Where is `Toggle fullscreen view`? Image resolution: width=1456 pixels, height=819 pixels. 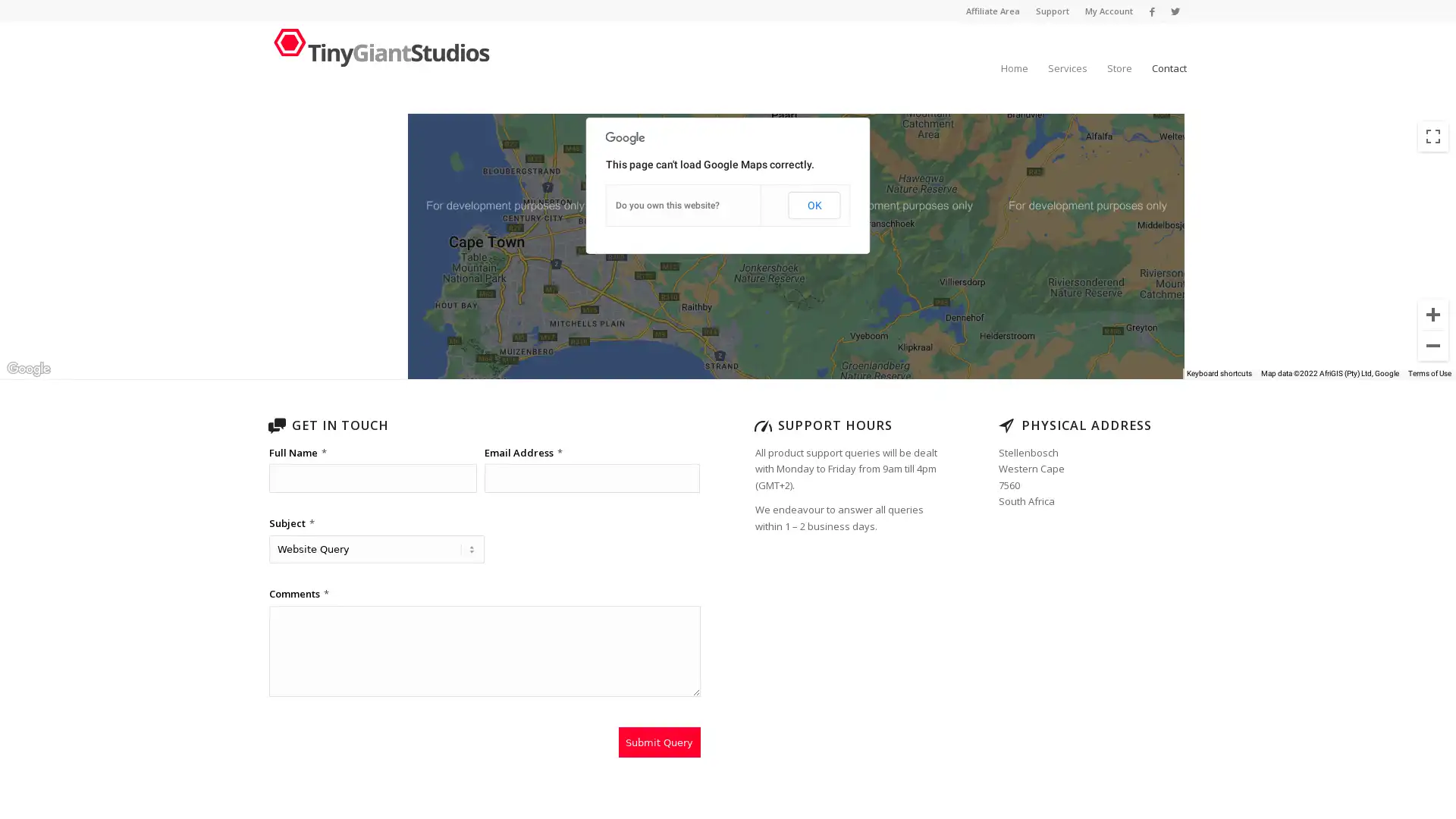 Toggle fullscreen view is located at coordinates (1432, 136).